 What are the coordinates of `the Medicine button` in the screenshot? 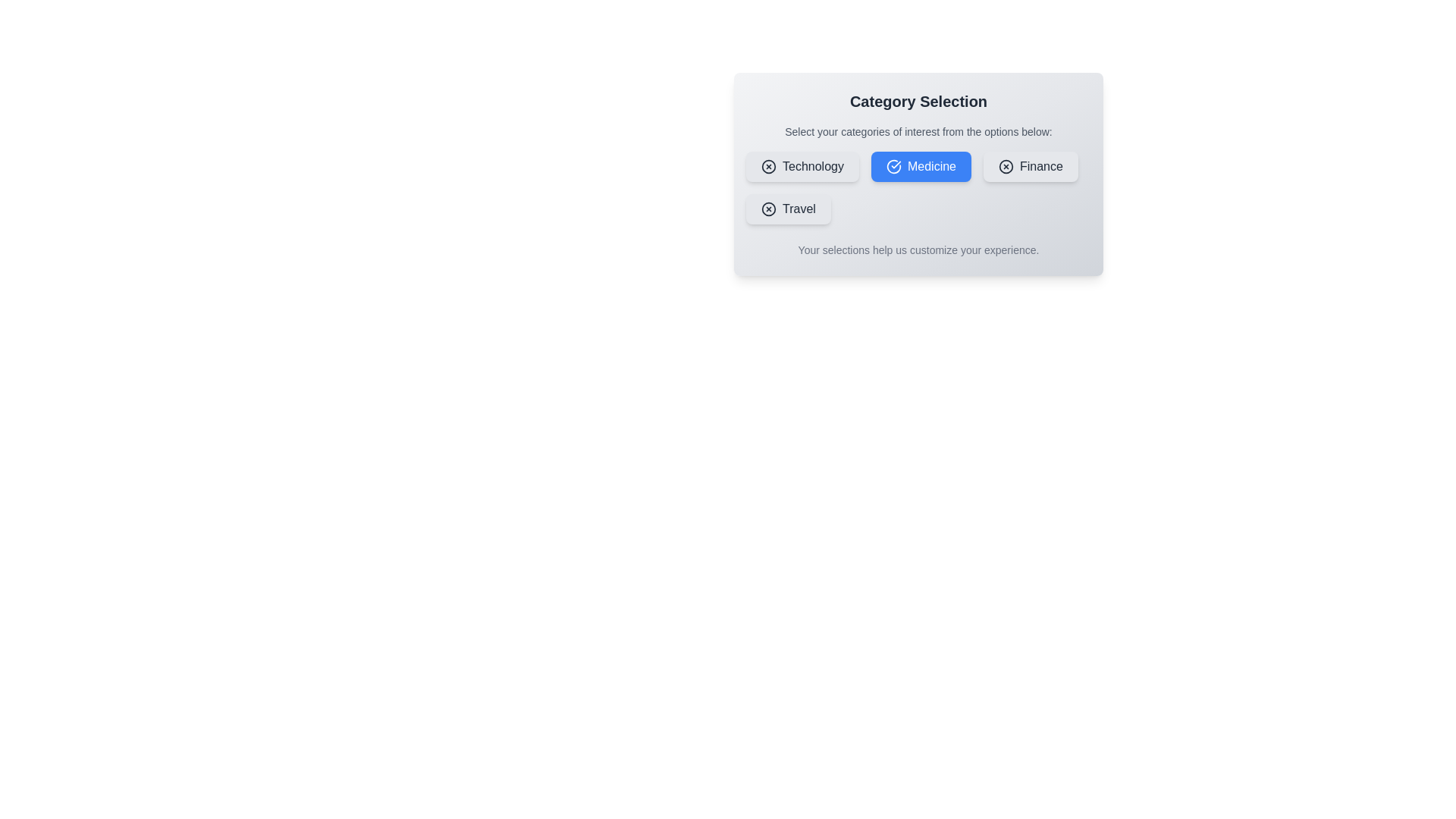 It's located at (920, 166).